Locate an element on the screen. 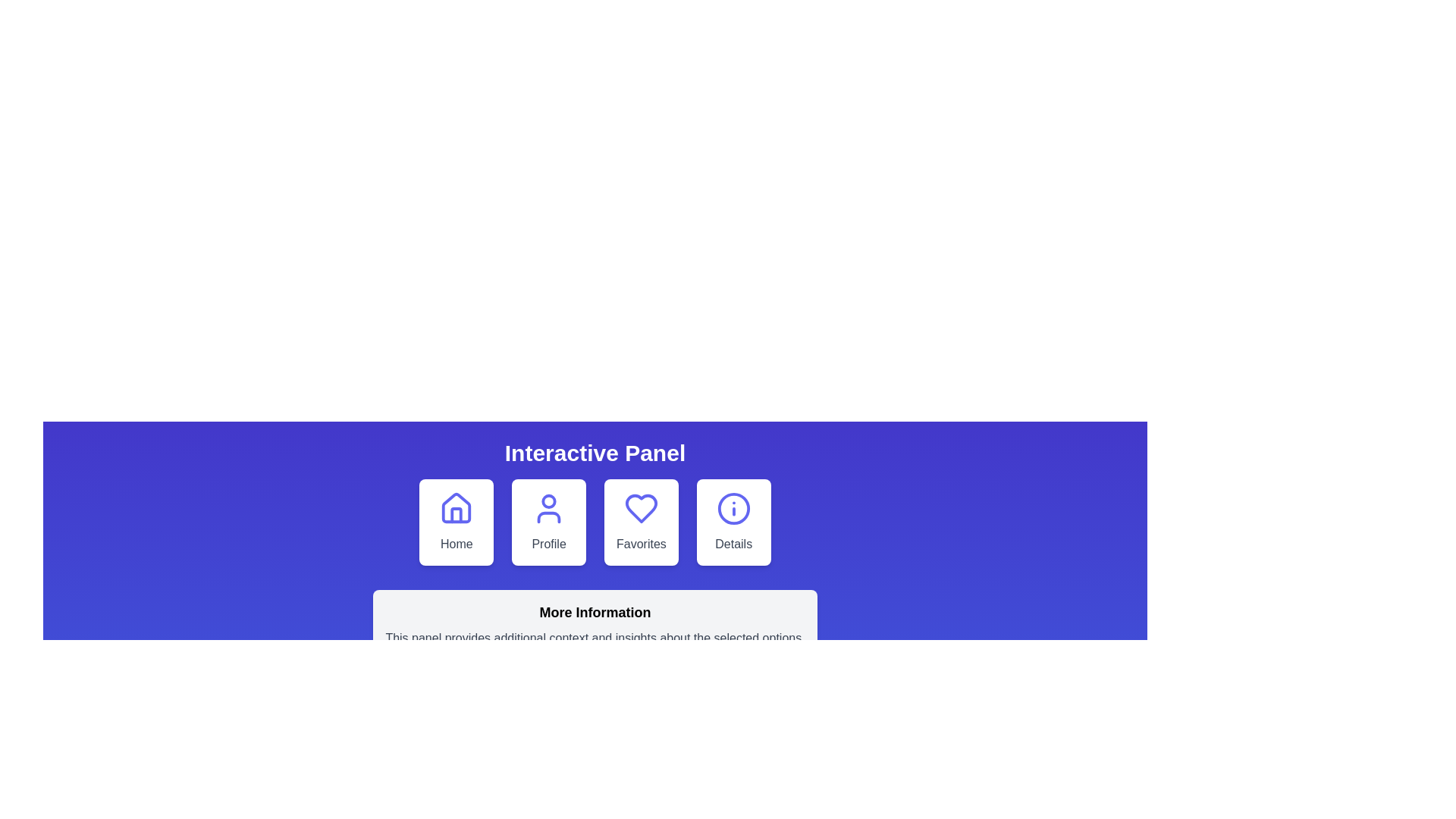 This screenshot has width=1456, height=819. the 'Home' icon represented by a minimalistic house structure within the interactive panel is located at coordinates (456, 514).